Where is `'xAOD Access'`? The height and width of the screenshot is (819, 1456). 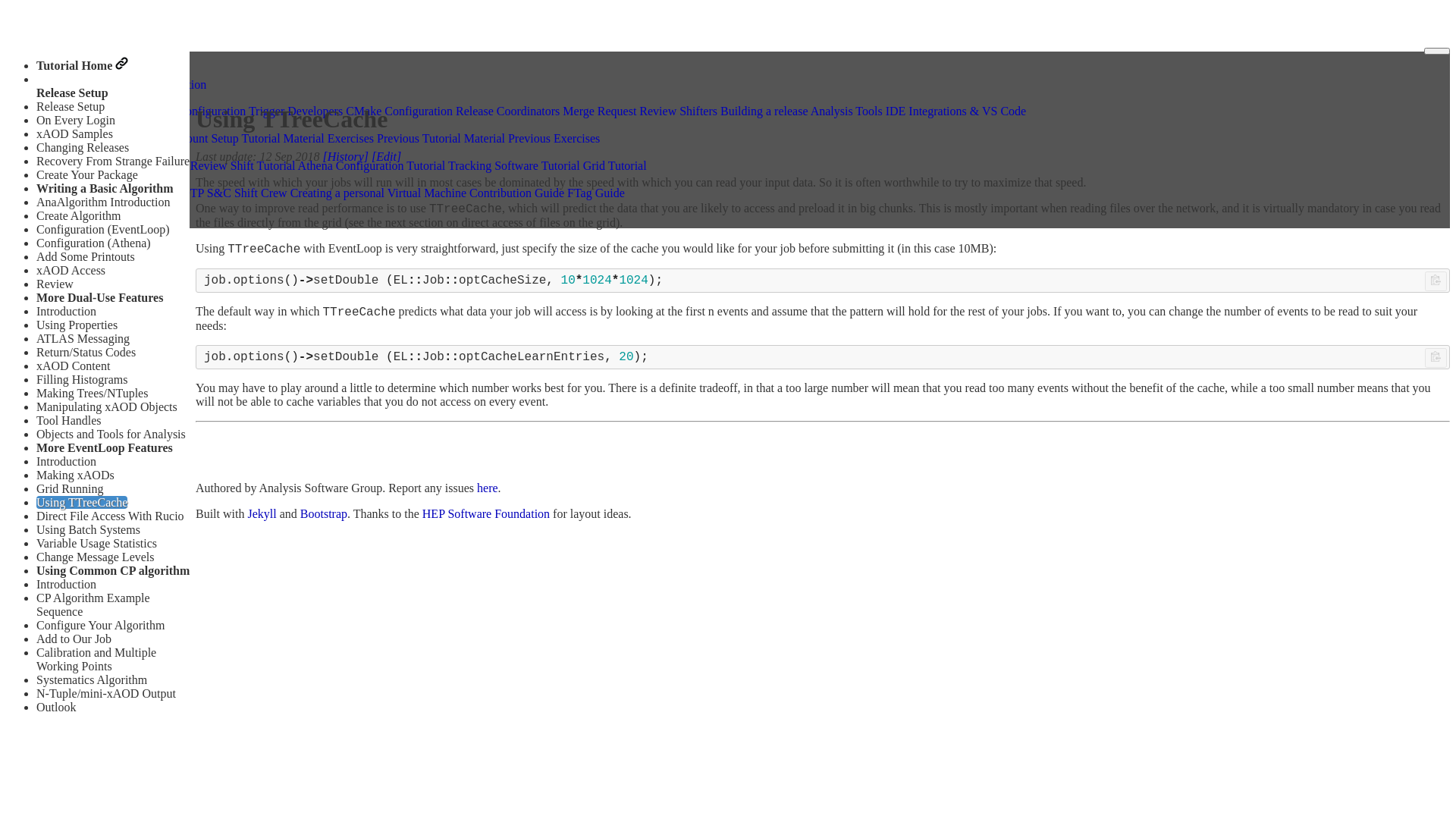
'xAOD Access' is located at coordinates (70, 269).